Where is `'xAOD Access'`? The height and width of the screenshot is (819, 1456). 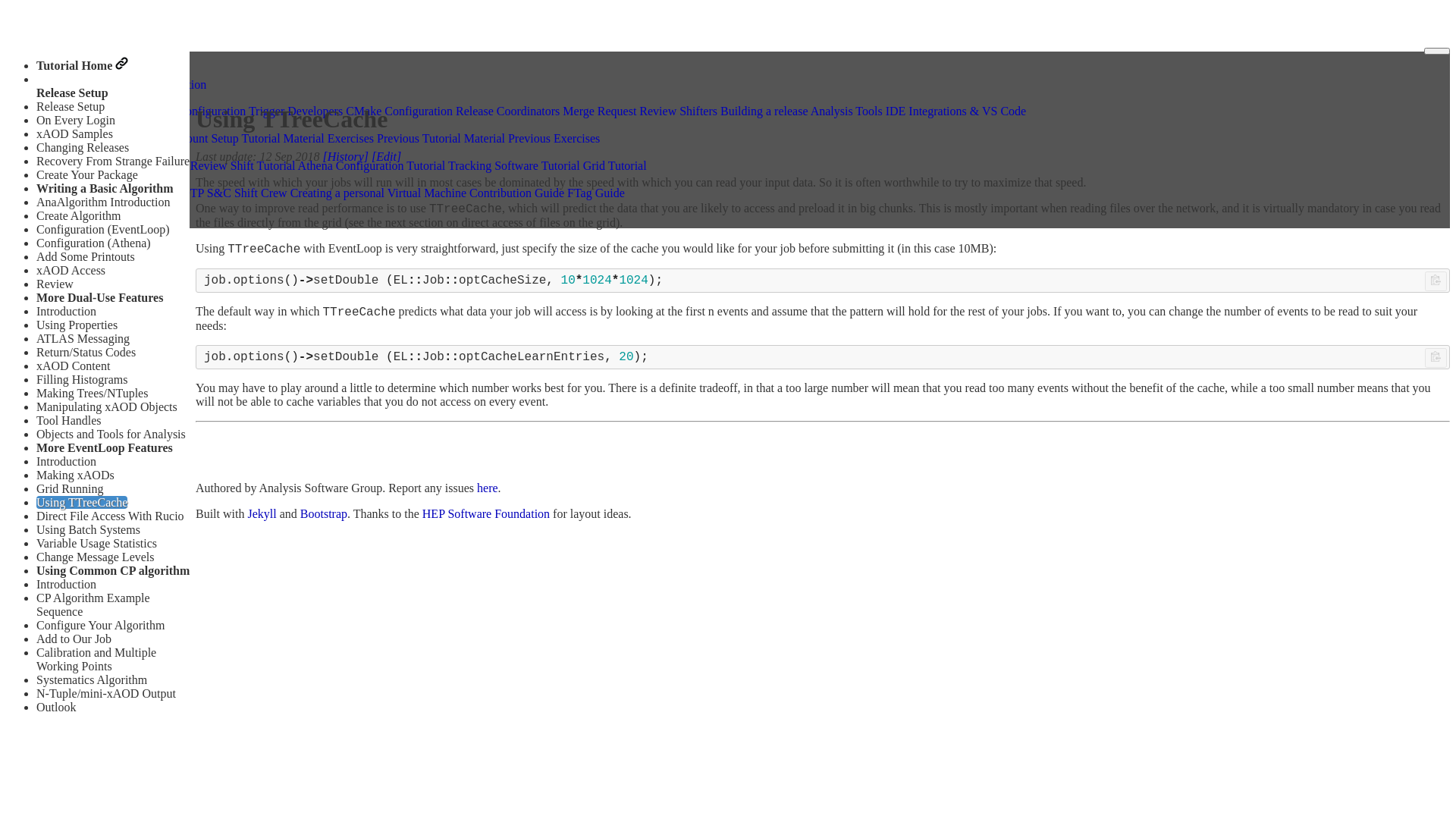
'xAOD Access' is located at coordinates (70, 269).